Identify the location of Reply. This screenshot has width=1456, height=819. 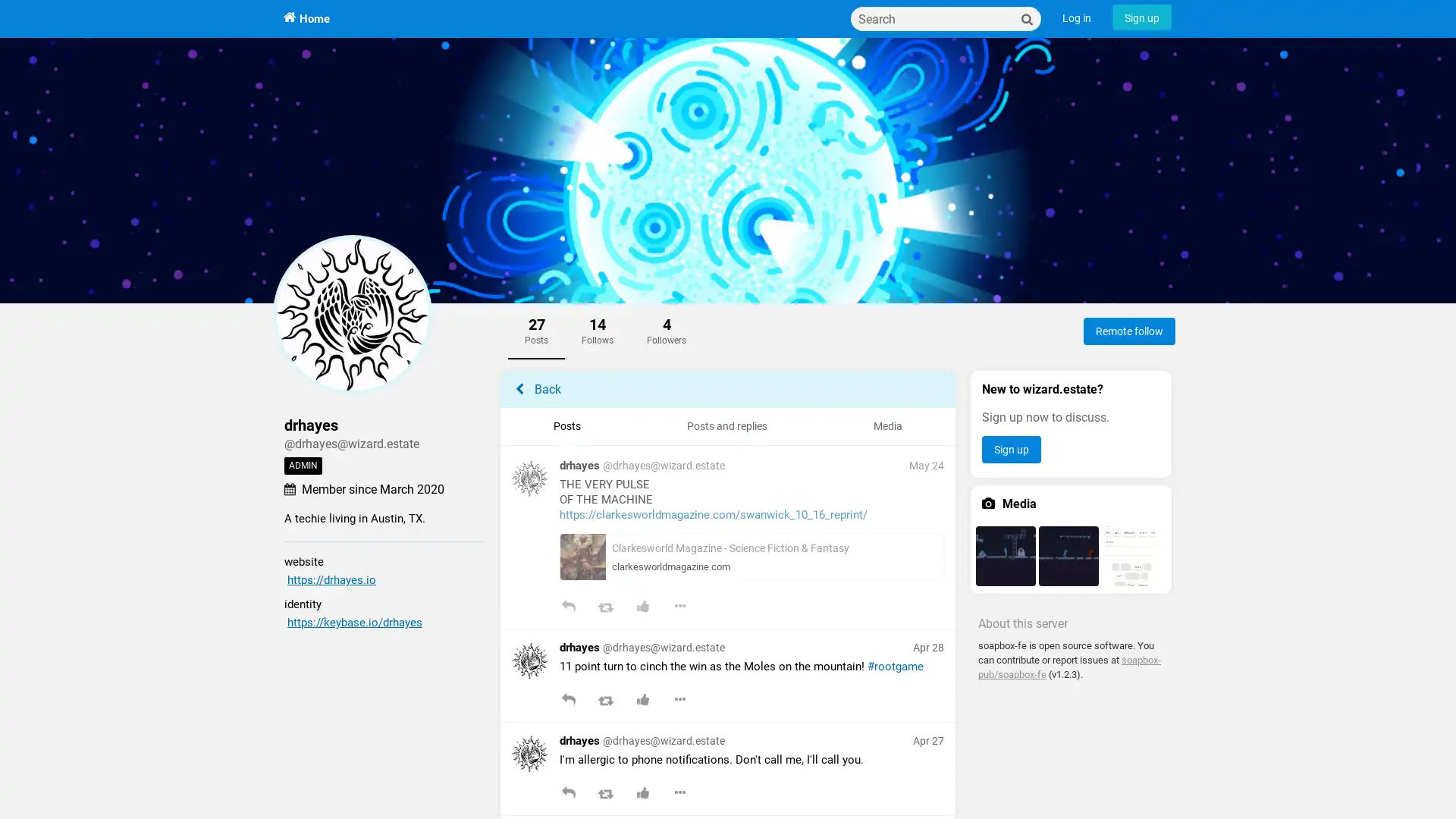
(567, 701).